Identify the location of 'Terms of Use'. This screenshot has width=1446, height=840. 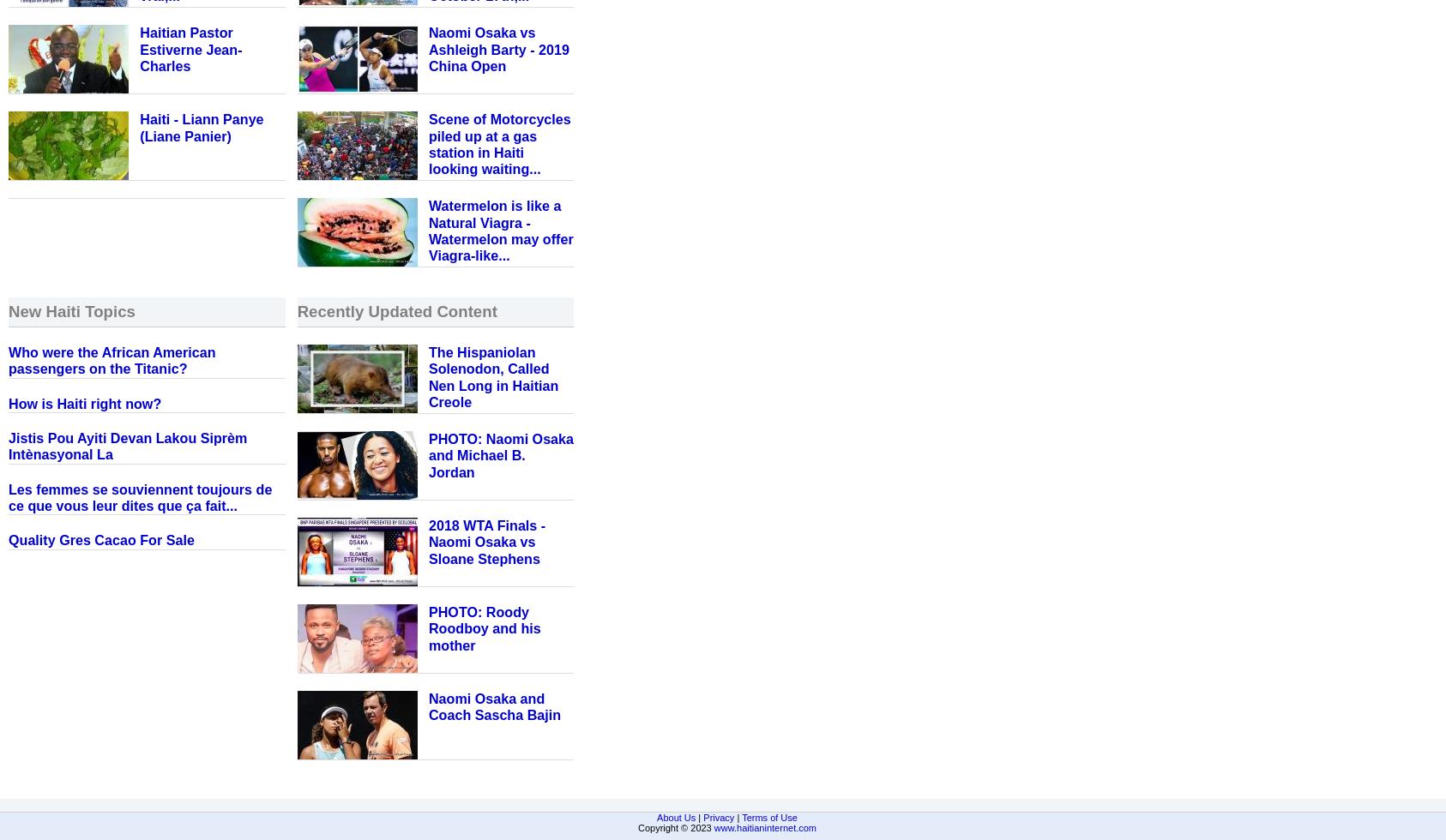
(768, 816).